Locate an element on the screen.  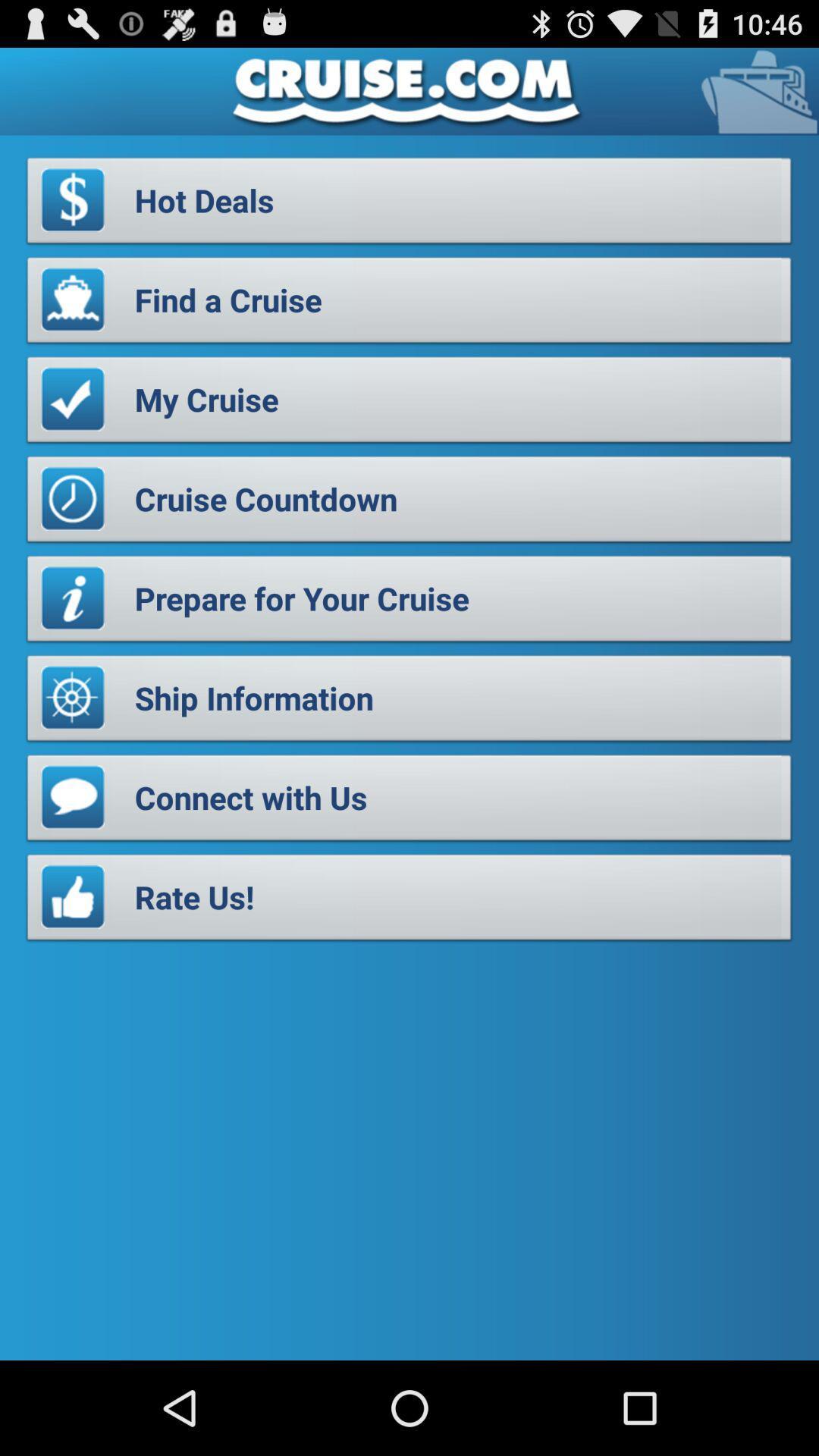
the item below the prepare for your button is located at coordinates (409, 701).